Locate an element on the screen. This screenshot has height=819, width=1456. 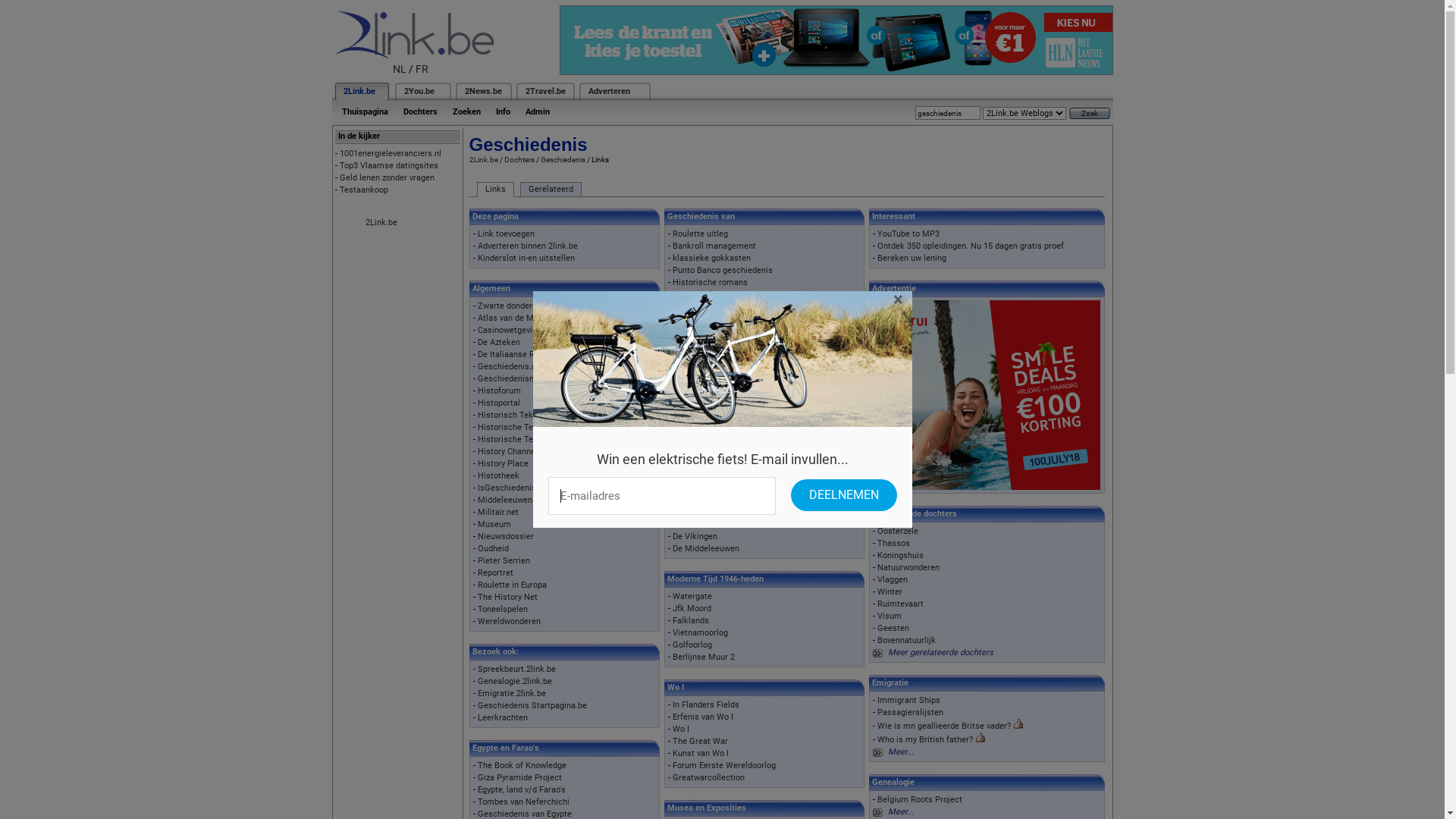
'Oosterzele' is located at coordinates (877, 530).